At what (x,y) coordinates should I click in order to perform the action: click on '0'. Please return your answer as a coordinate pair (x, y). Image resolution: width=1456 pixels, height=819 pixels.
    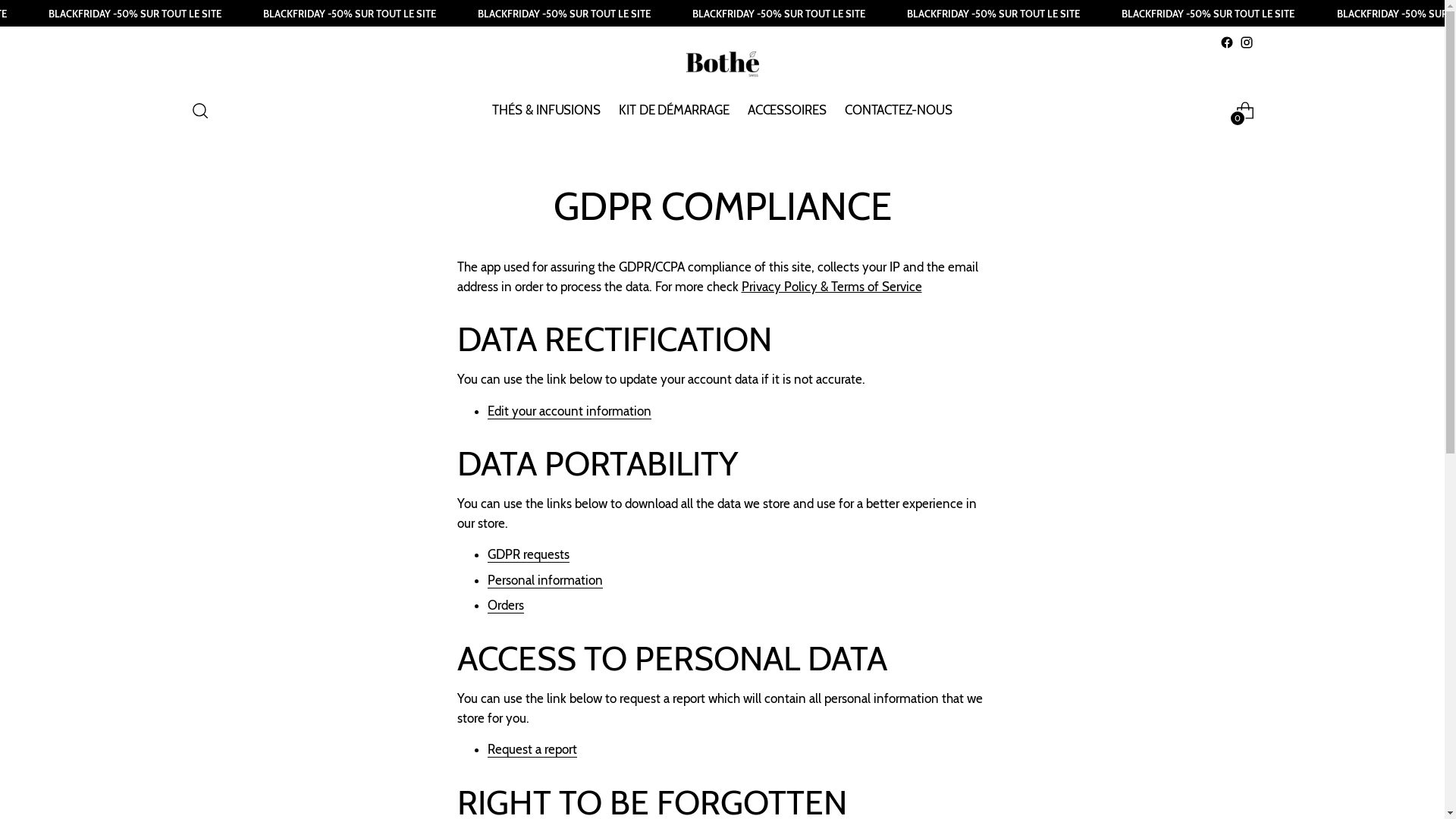
    Looking at the image, I should click on (1244, 110).